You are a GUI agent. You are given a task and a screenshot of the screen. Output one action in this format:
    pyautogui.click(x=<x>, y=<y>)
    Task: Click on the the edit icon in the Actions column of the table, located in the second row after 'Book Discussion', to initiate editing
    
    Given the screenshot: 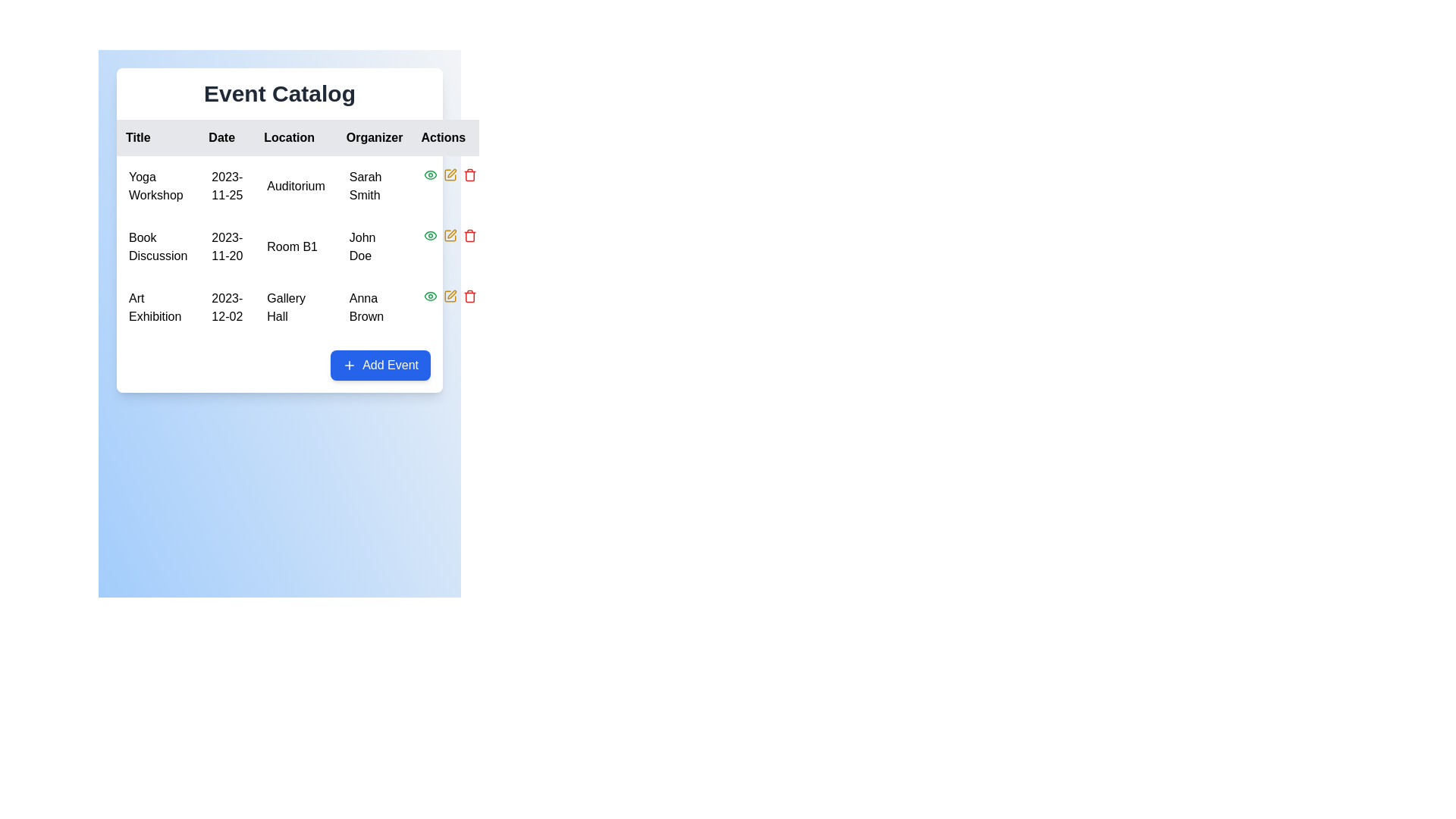 What is the action you would take?
    pyautogui.click(x=451, y=234)
    